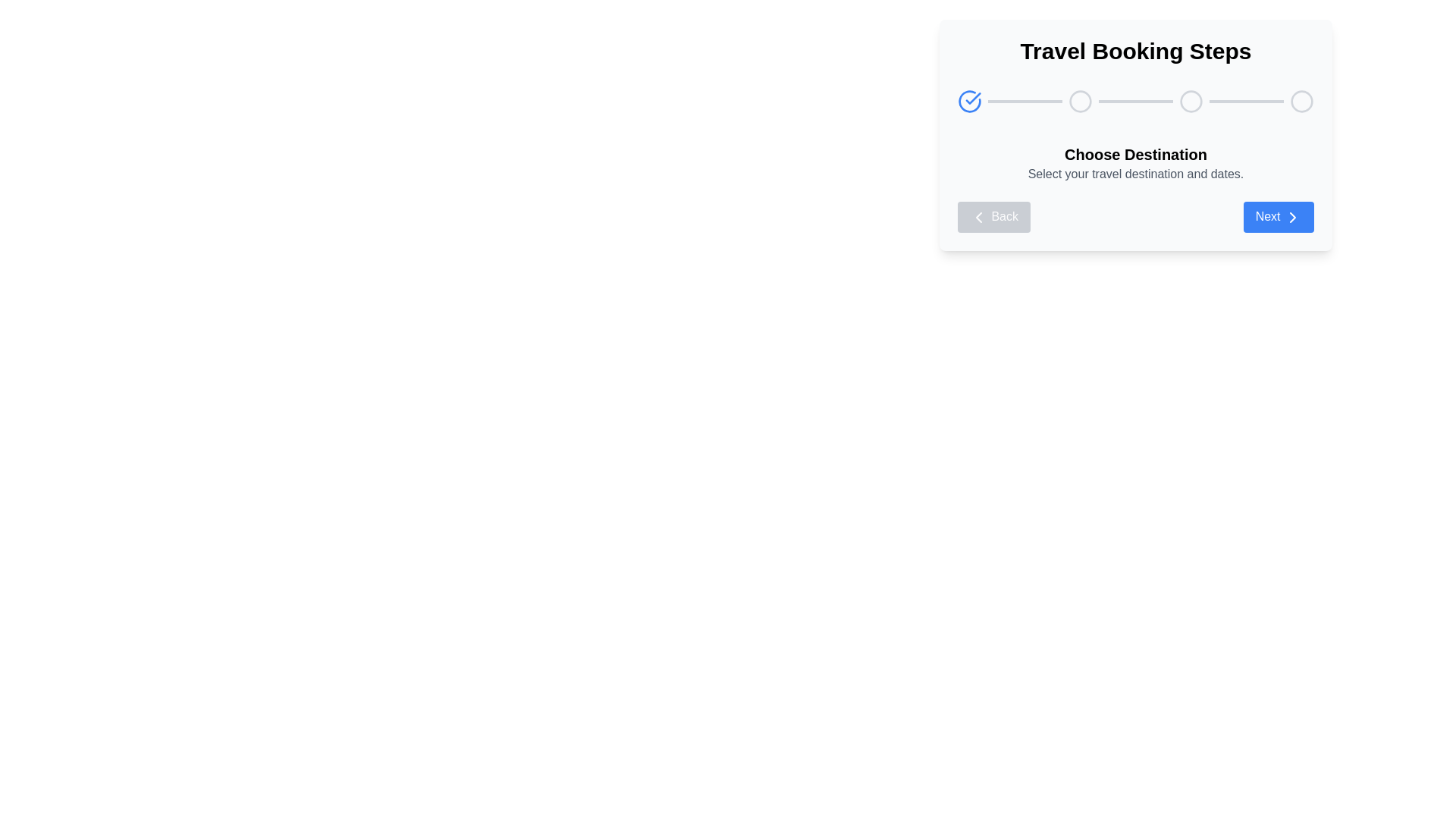  Describe the element at coordinates (1135, 102) in the screenshot. I see `the horizontal progress bar with step indicators located below the 'Travel Booking Steps' heading and above the 'Choose Destination' section` at that location.